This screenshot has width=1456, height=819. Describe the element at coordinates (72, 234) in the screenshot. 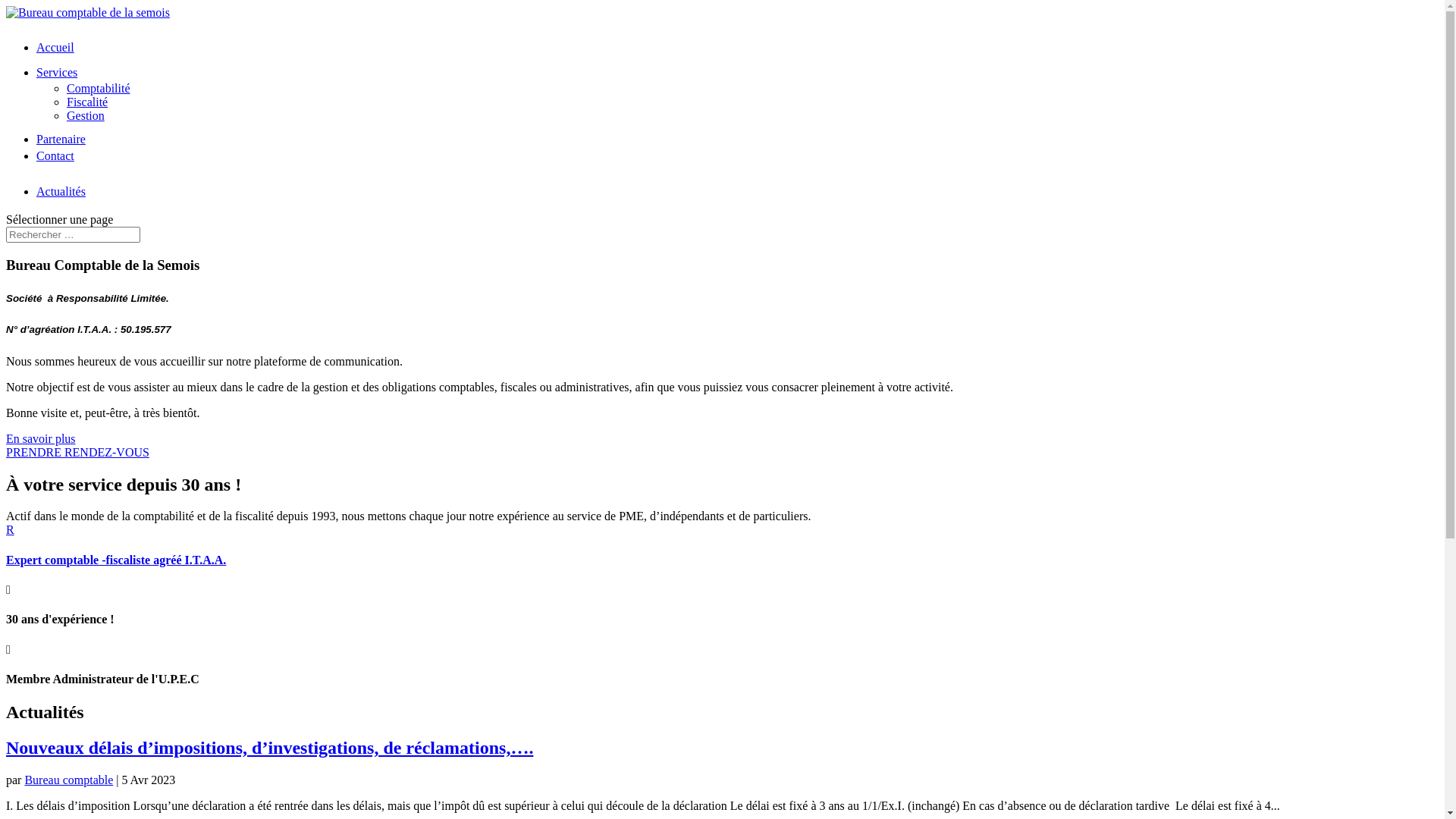

I see `'Rechercher:'` at that location.